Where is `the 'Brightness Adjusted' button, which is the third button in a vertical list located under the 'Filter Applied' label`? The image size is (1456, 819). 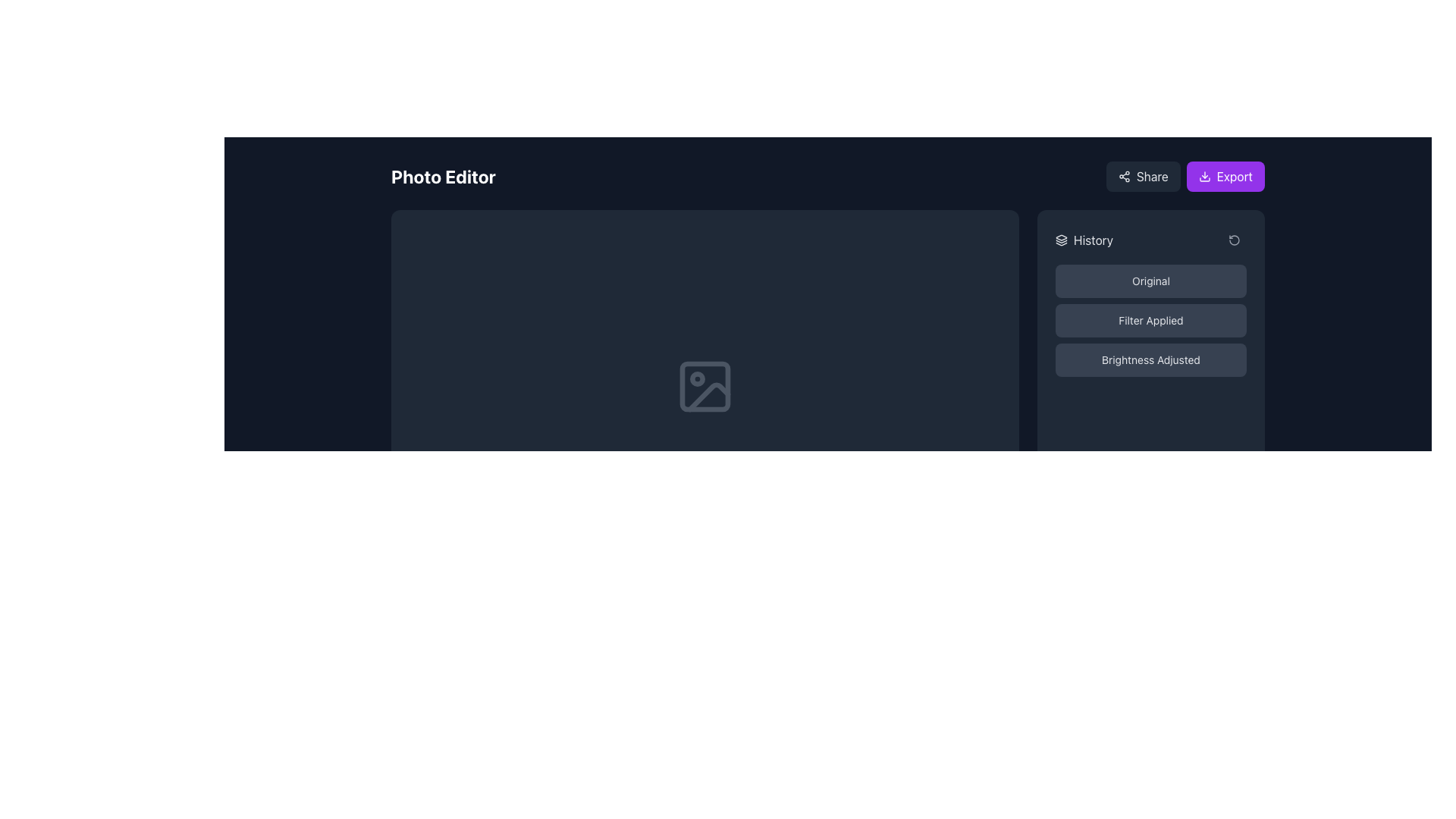 the 'Brightness Adjusted' button, which is the third button in a vertical list located under the 'Filter Applied' label is located at coordinates (1150, 359).